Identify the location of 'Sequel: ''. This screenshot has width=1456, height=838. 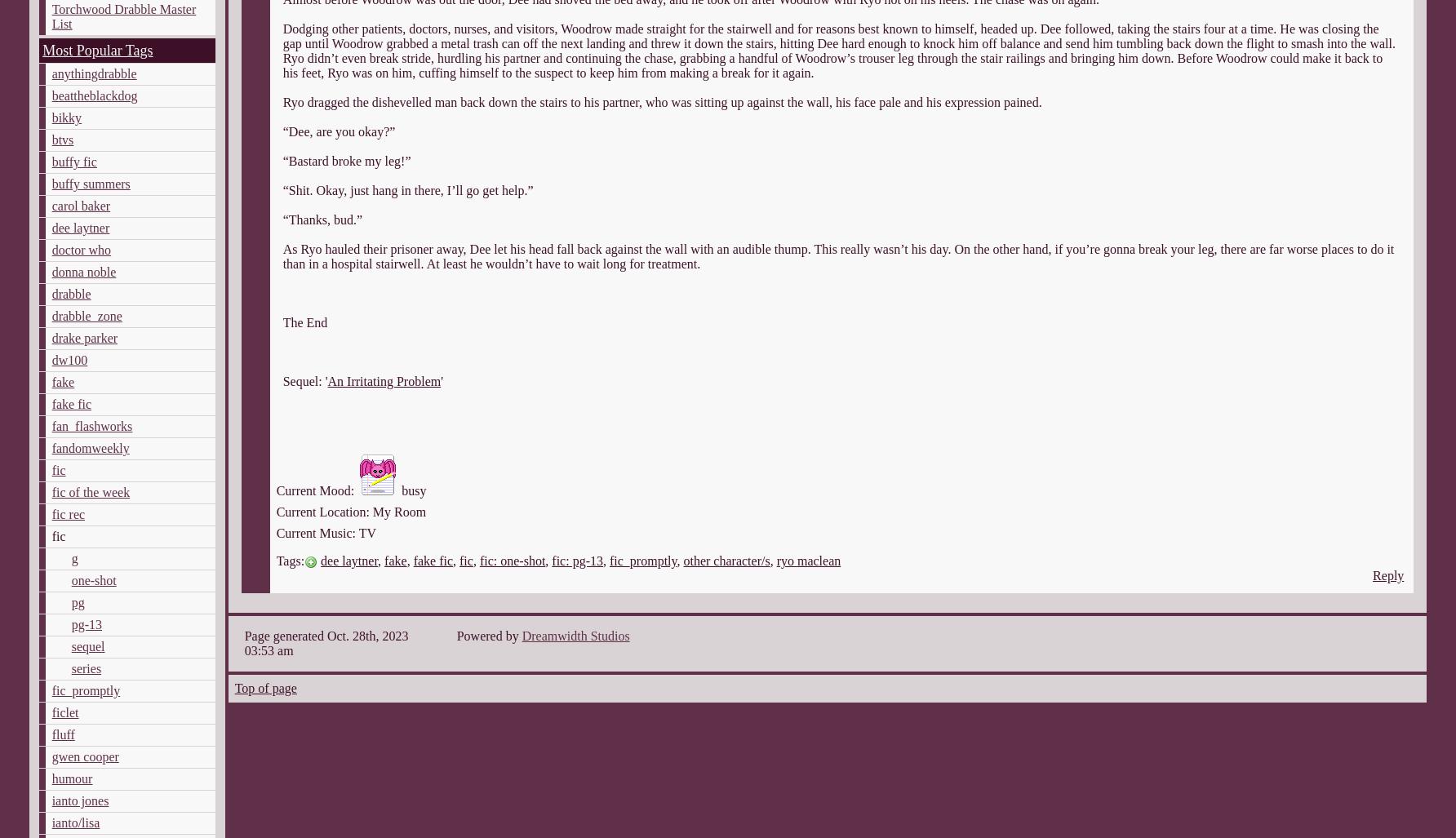
(304, 381).